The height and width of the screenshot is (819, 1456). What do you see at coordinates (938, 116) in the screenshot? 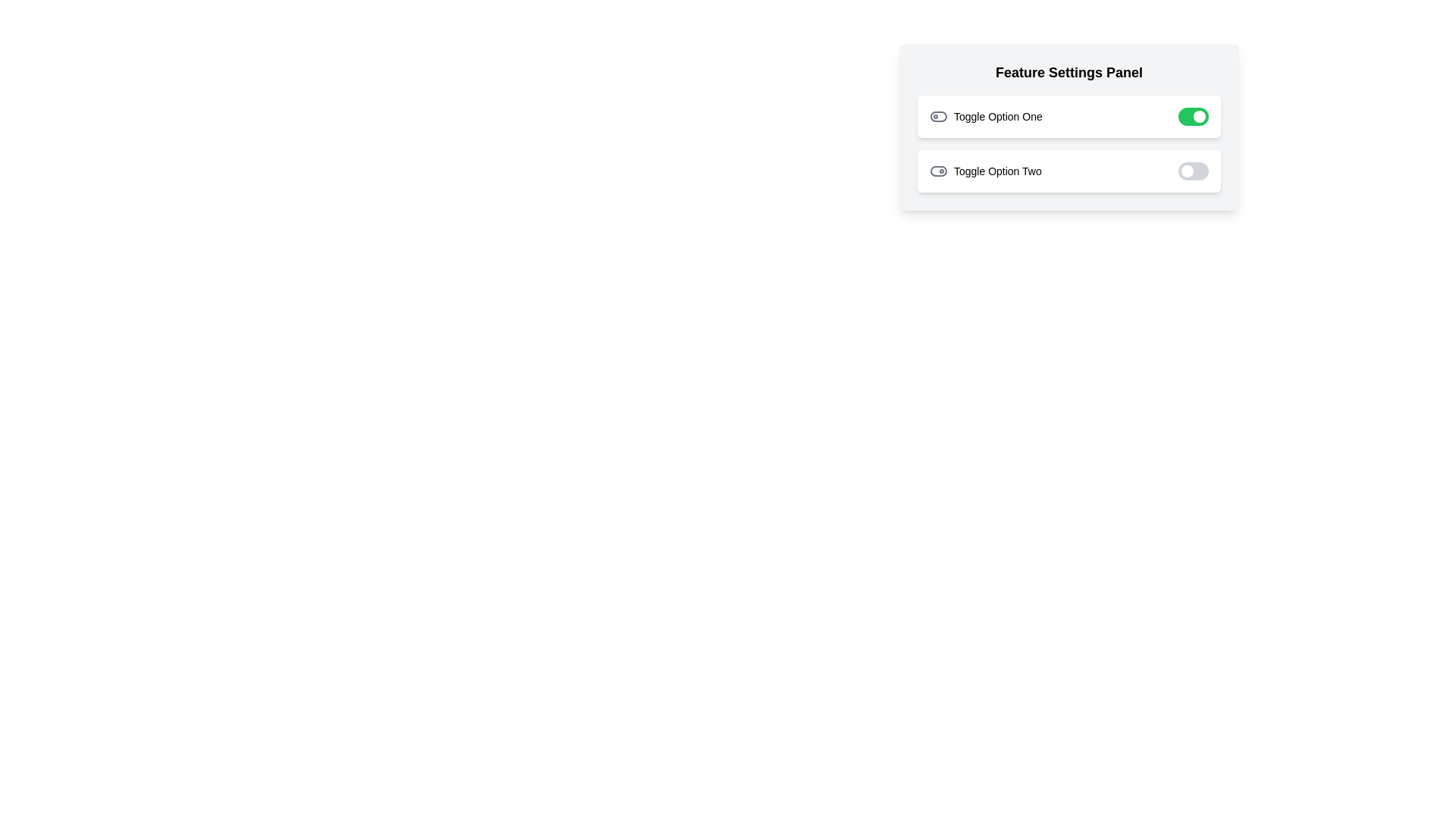
I see `the toggle switch icon in the 'off' position, which is located to the left of the label 'Toggle Option One' in the Feature Settings Panel` at bounding box center [938, 116].